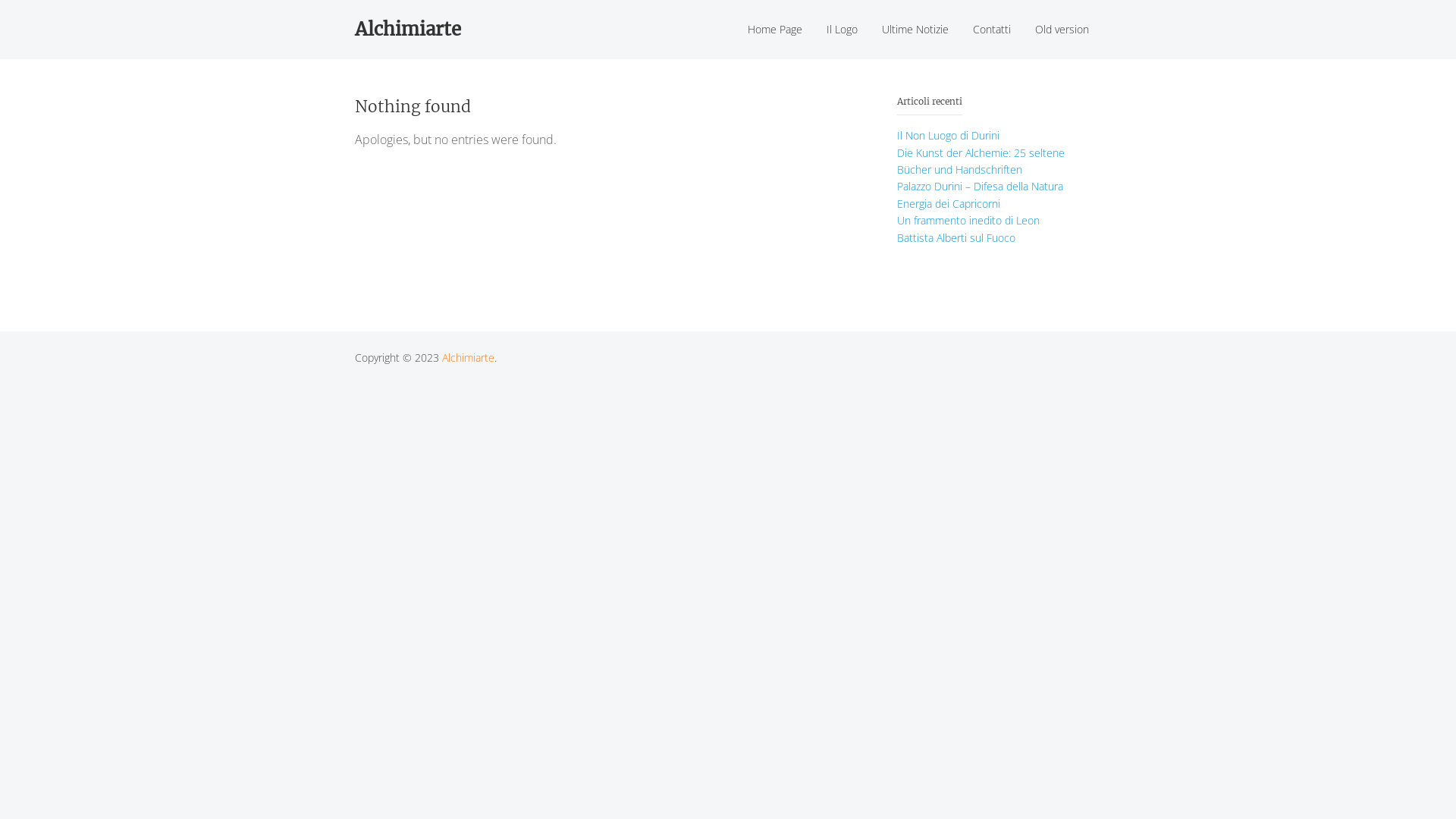  Describe the element at coordinates (914, 29) in the screenshot. I see `'Ultime Notizie'` at that location.